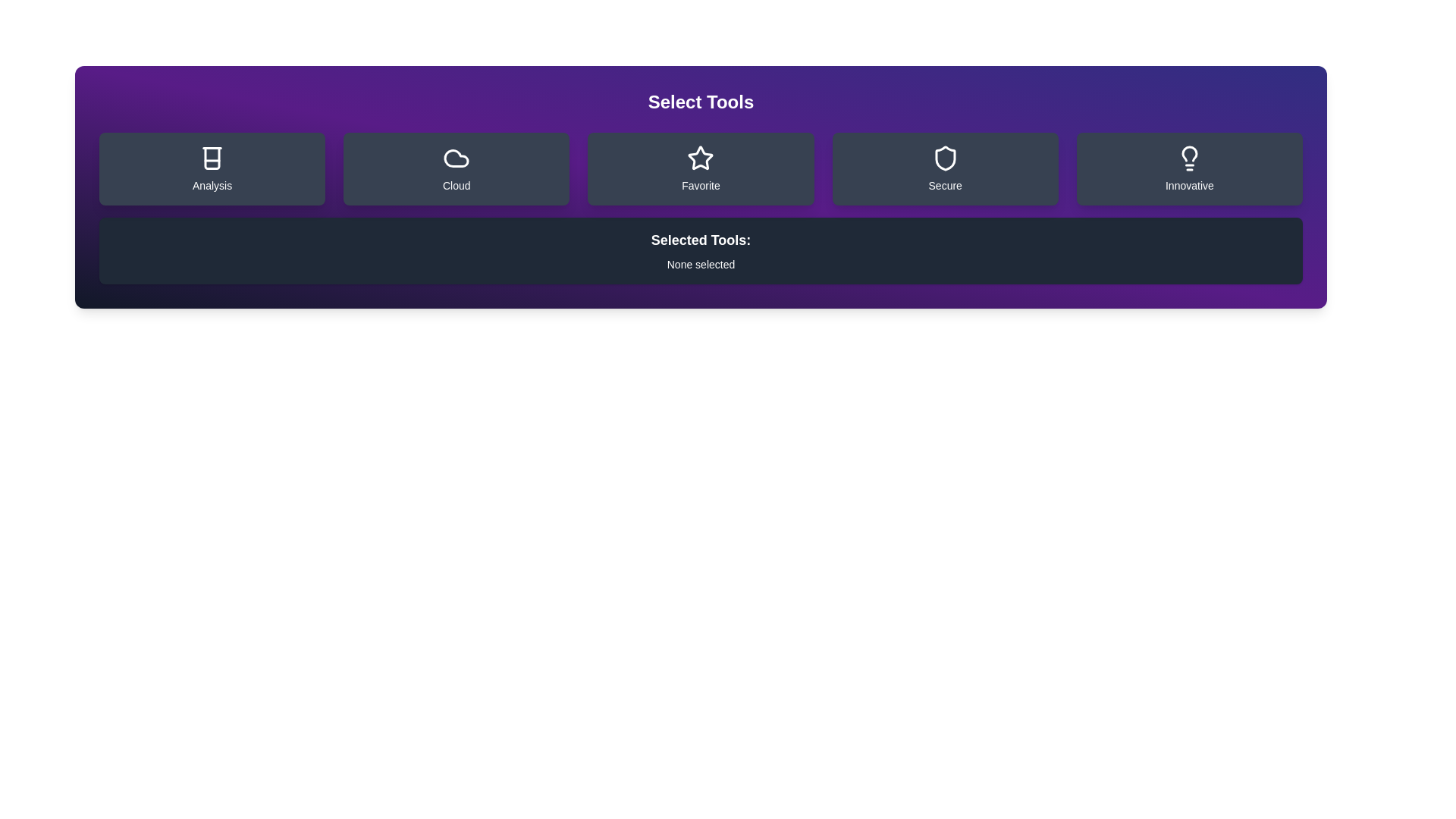 The height and width of the screenshot is (819, 1456). I want to click on the Information display box which has a dark gray background and contains the text 'Selected Tools:' and 'None selected', so click(700, 250).